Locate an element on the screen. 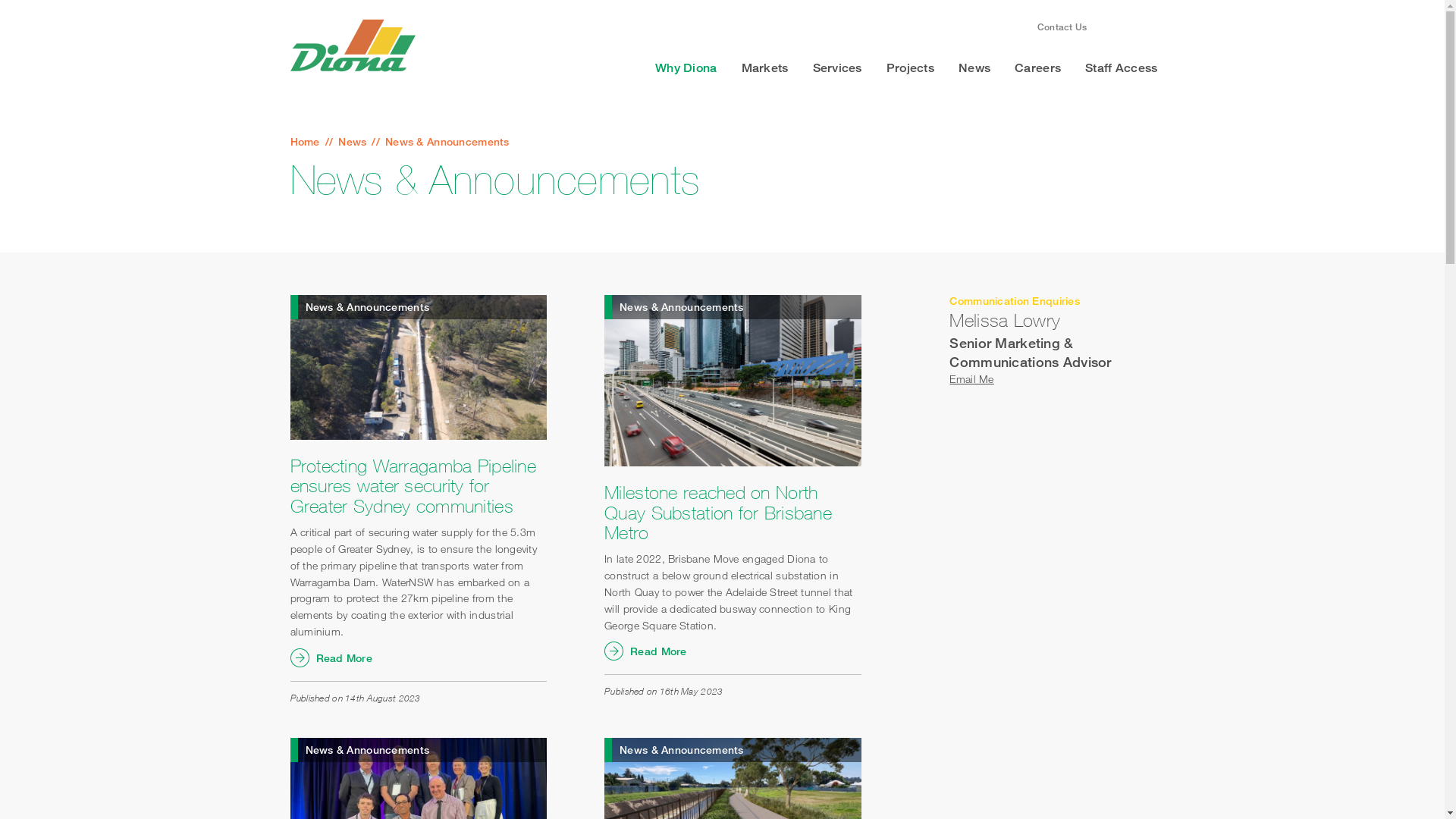 The image size is (1456, 819). 'Markets' is located at coordinates (764, 67).